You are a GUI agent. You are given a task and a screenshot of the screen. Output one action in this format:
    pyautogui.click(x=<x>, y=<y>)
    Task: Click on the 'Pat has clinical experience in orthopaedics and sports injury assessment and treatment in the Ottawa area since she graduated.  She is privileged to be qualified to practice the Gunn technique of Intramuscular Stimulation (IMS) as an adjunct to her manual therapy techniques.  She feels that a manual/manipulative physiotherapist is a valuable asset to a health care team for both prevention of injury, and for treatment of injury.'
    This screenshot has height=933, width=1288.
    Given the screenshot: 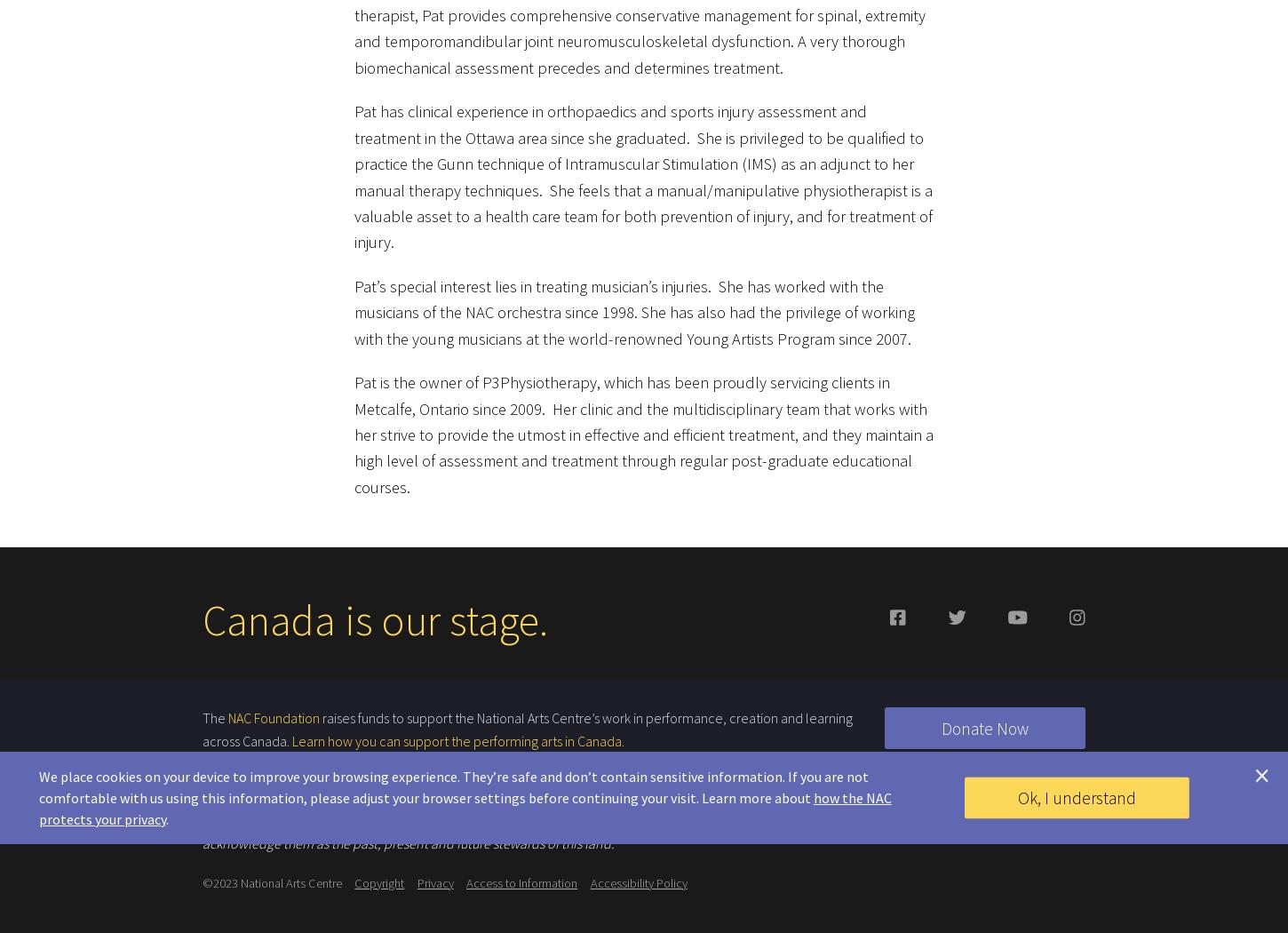 What is the action you would take?
    pyautogui.click(x=353, y=167)
    